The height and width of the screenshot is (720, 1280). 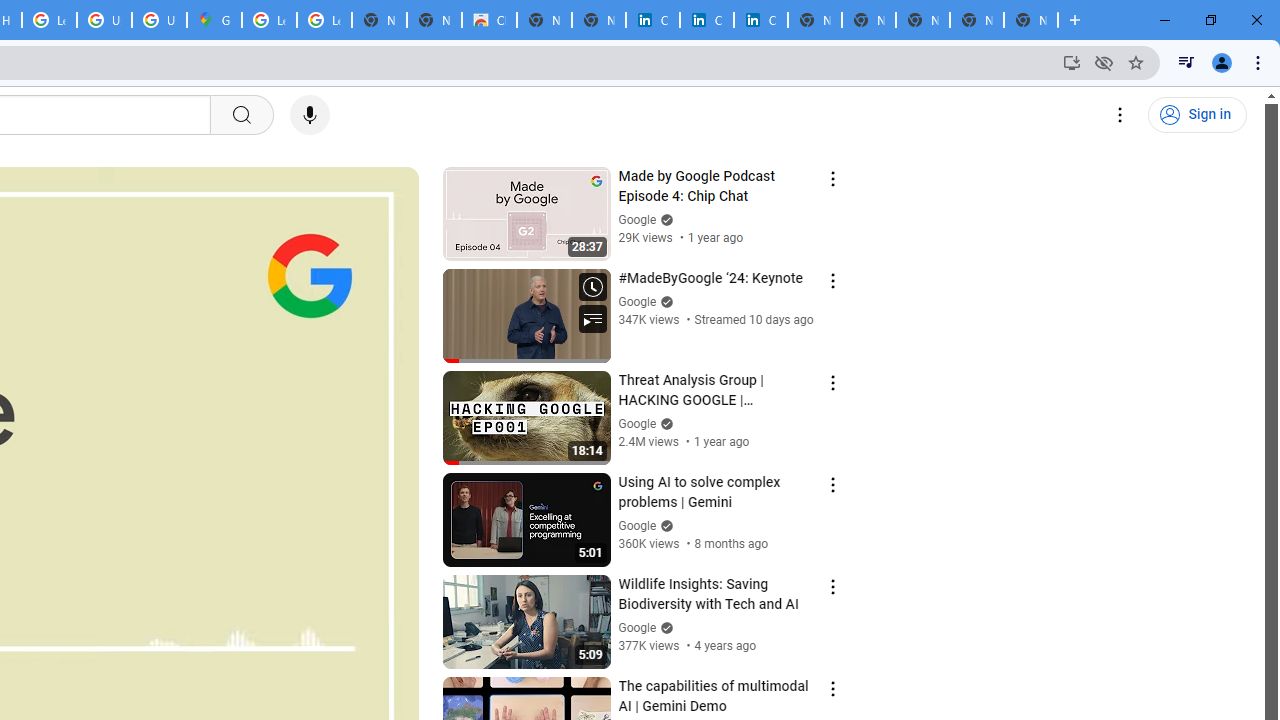 I want to click on 'Cookie Policy | LinkedIn', so click(x=652, y=20).